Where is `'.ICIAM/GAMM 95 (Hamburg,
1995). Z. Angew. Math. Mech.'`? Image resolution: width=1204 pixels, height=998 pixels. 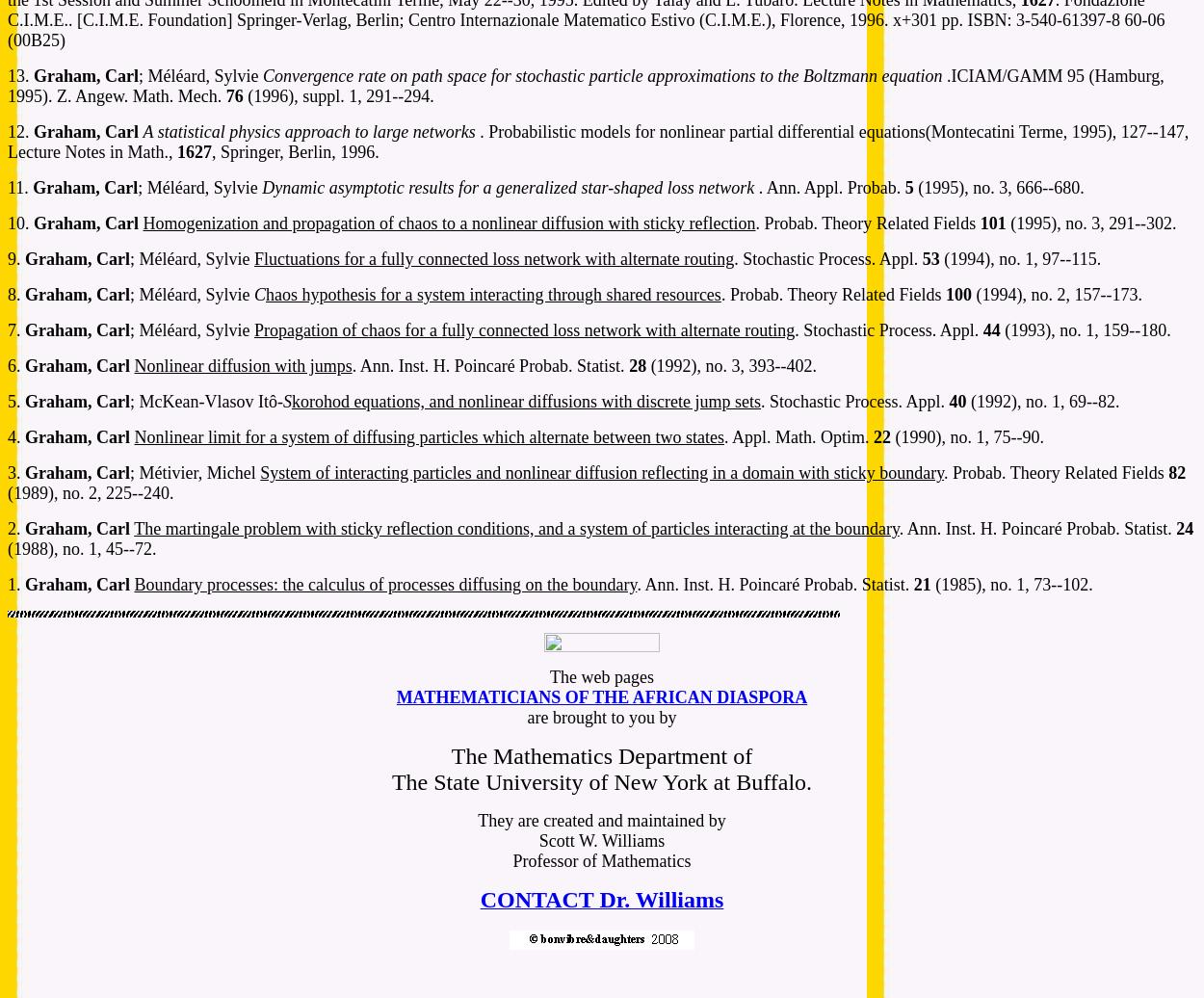 '.ICIAM/GAMM 95 (Hamburg,
1995). Z. Angew. Math. Mech.' is located at coordinates (585, 86).